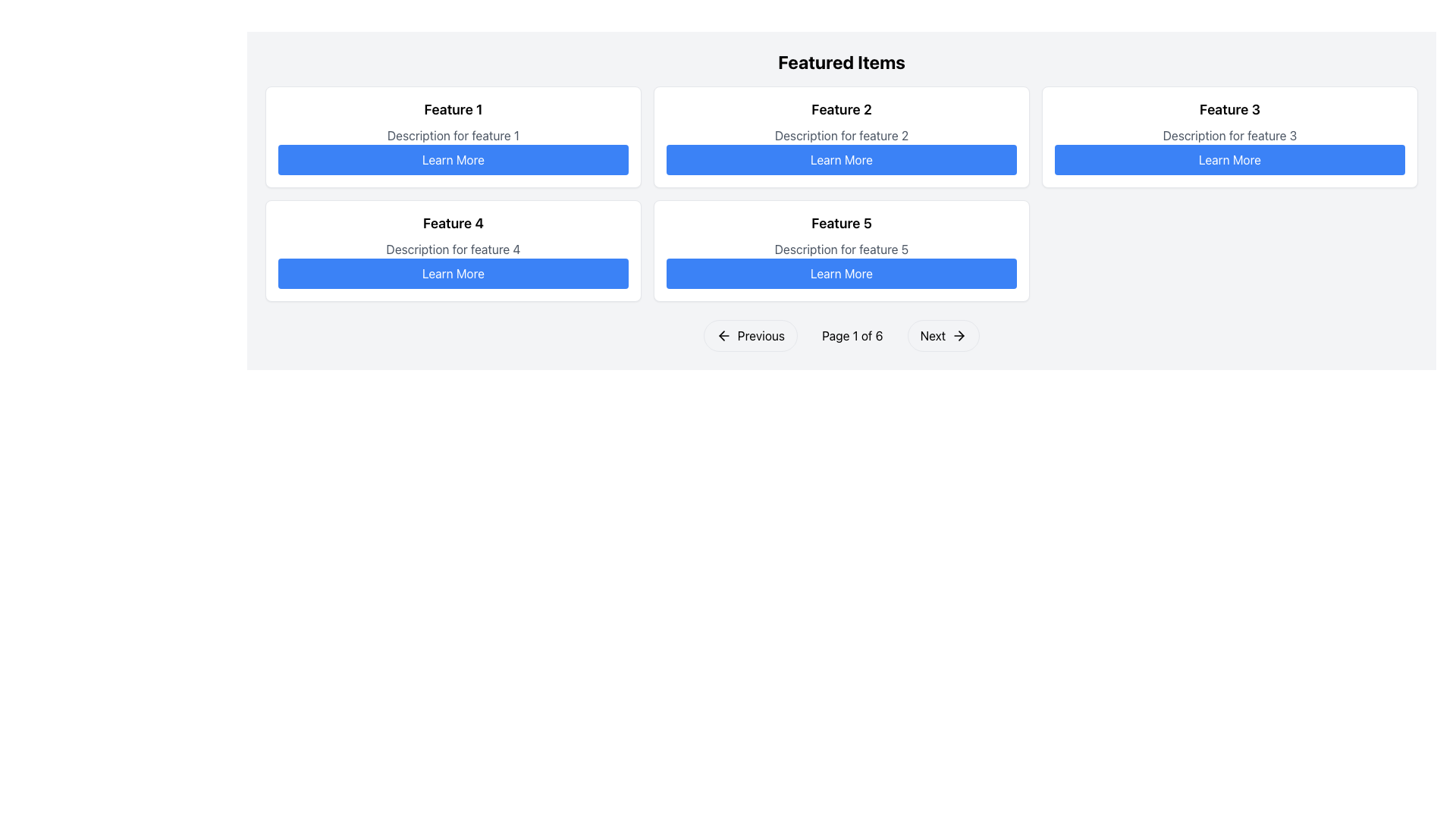 Image resolution: width=1456 pixels, height=819 pixels. Describe the element at coordinates (453, 134) in the screenshot. I see `the textual component displaying 'Description for feature 1', which is styled in gray and located below the title 'Feature 1' and above the 'Learn More' button in the first card of the grid layout` at that location.